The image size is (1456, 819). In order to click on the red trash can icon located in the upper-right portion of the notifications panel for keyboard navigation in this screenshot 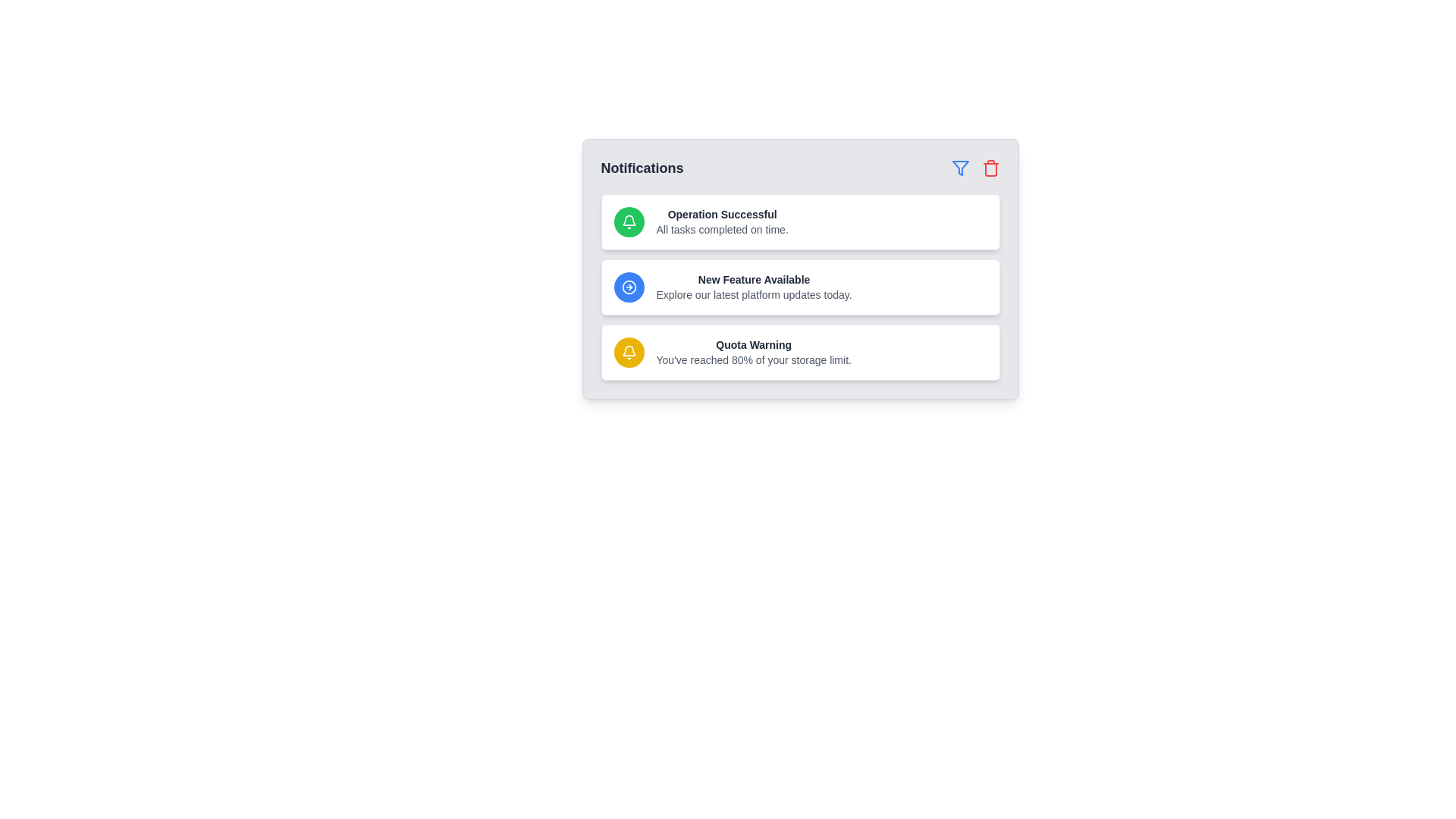, I will do `click(990, 169)`.